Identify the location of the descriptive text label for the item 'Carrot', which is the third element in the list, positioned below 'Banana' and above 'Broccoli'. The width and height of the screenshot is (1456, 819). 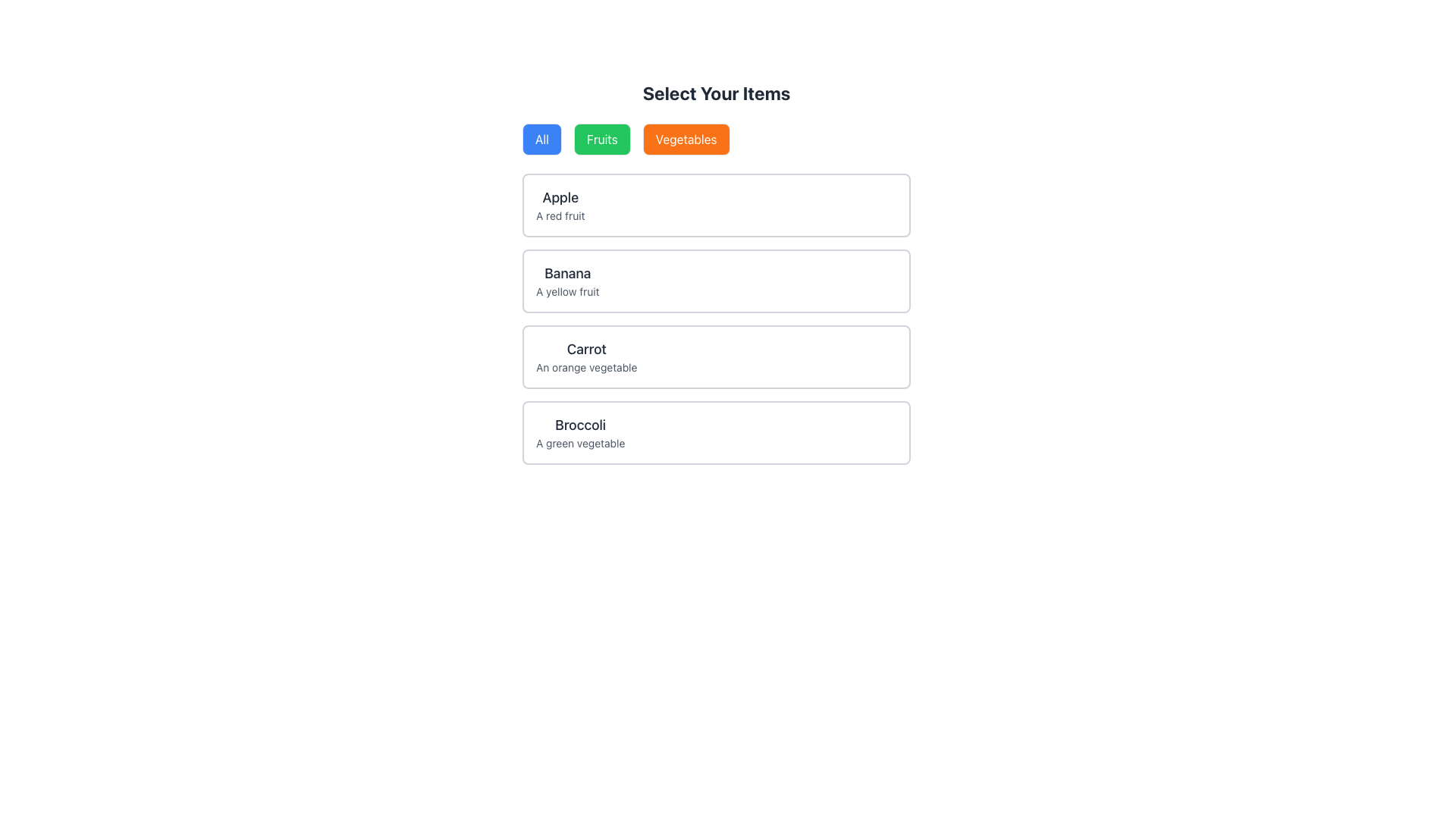
(585, 368).